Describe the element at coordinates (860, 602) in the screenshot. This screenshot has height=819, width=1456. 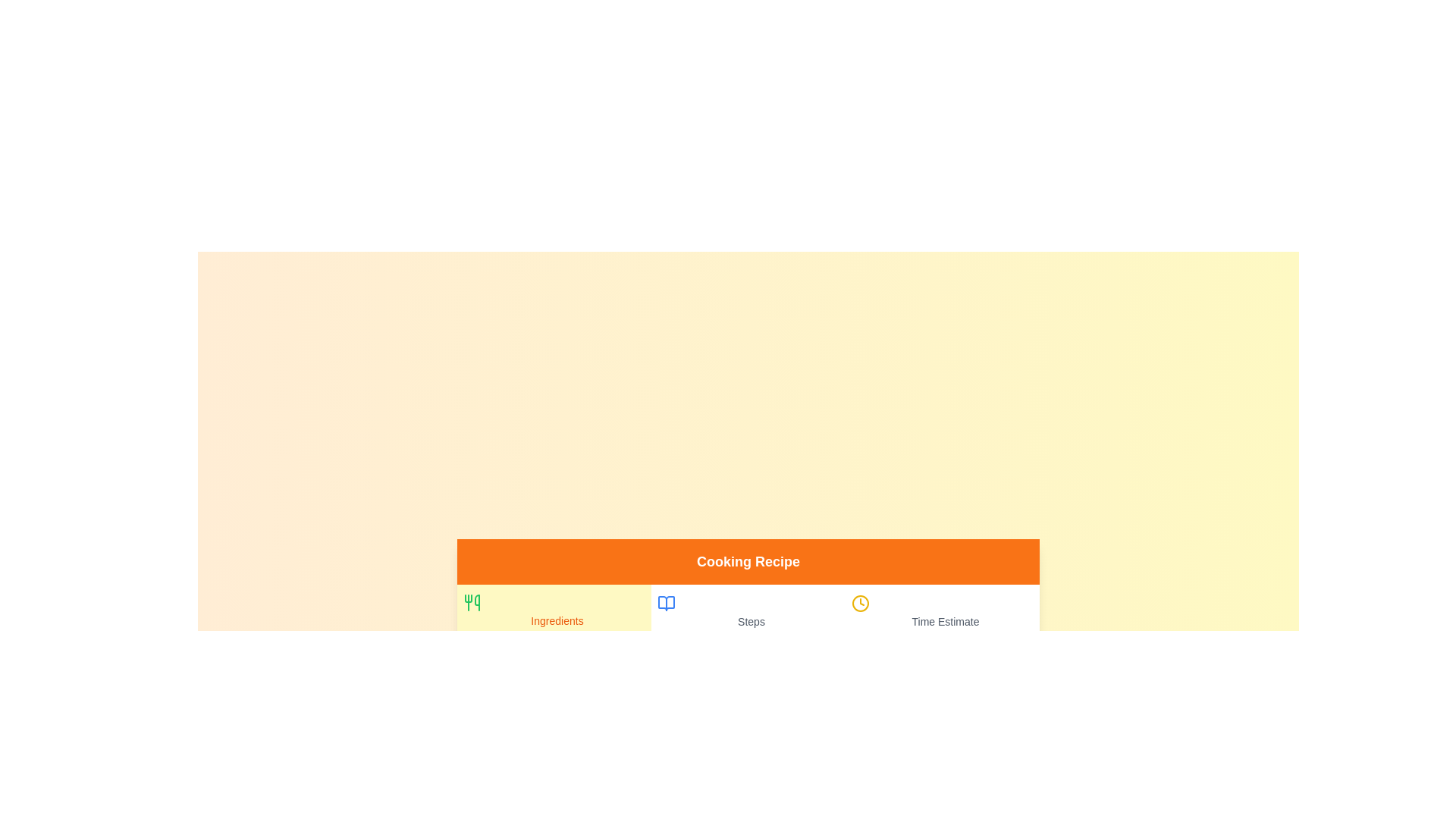
I see `the icon of the Time Estimate tab to activate it` at that location.